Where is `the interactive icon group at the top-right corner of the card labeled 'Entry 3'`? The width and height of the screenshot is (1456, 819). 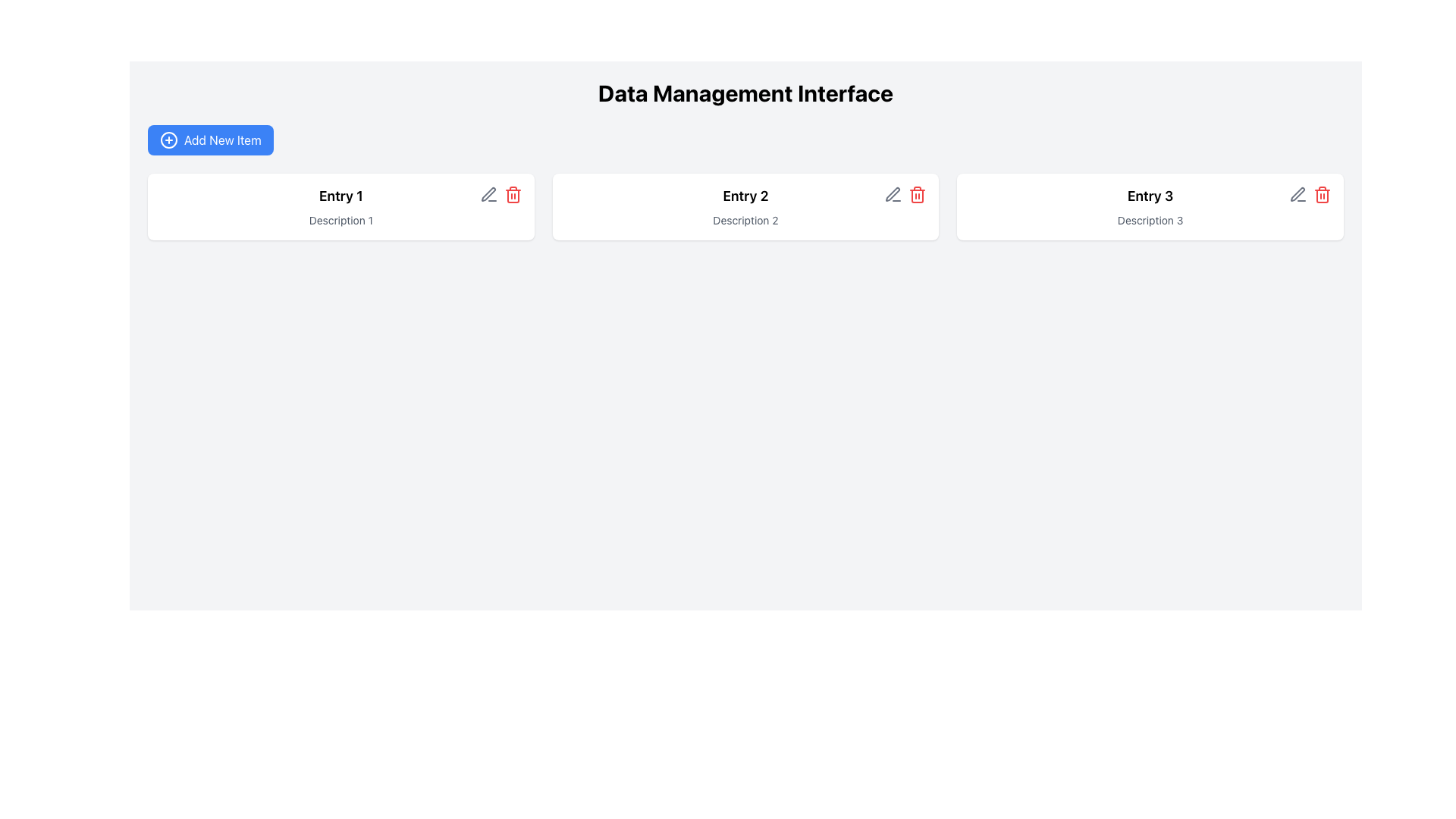 the interactive icon group at the top-right corner of the card labeled 'Entry 3' is located at coordinates (1310, 194).